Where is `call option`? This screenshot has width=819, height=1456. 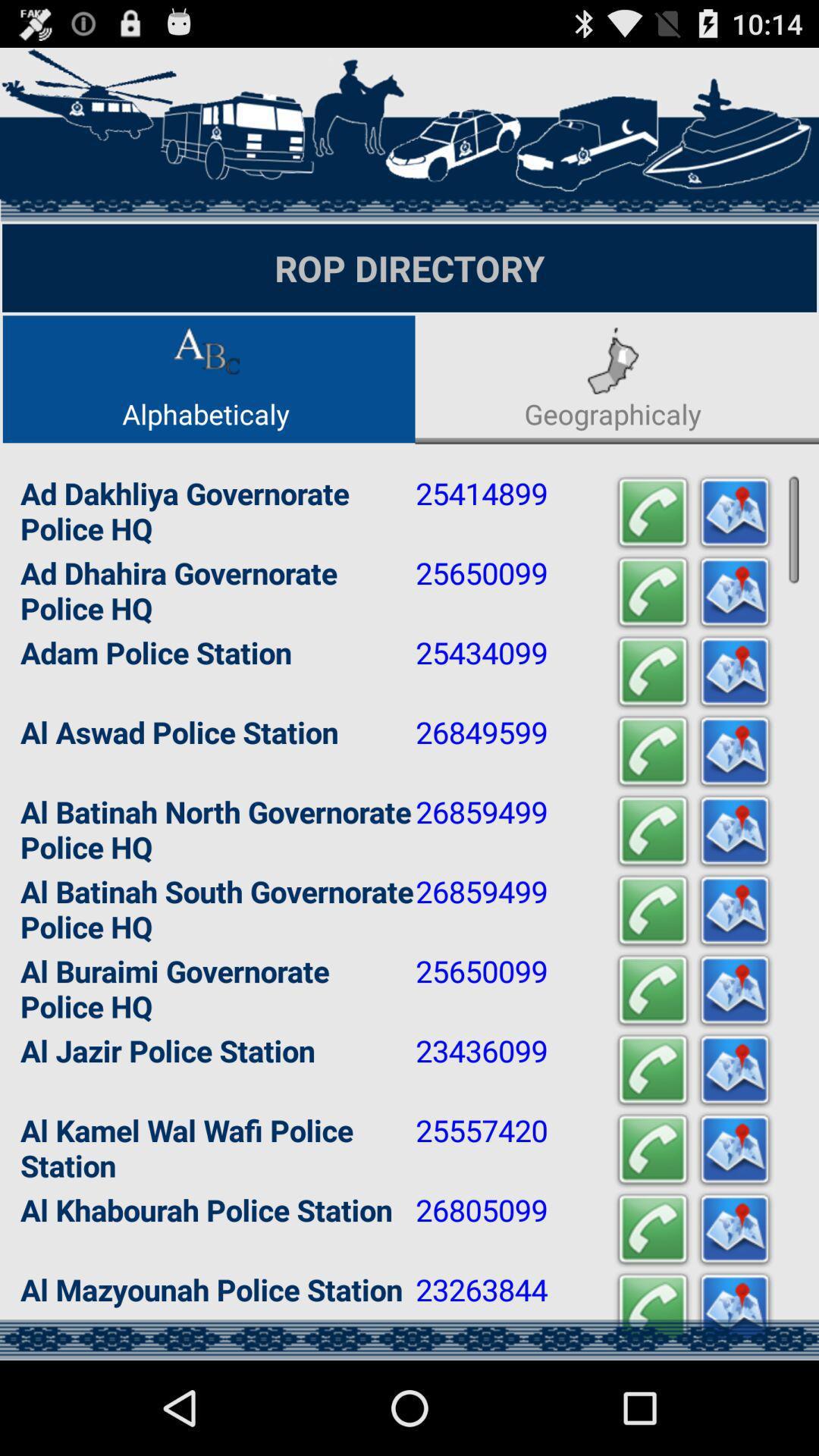 call option is located at coordinates (651, 671).